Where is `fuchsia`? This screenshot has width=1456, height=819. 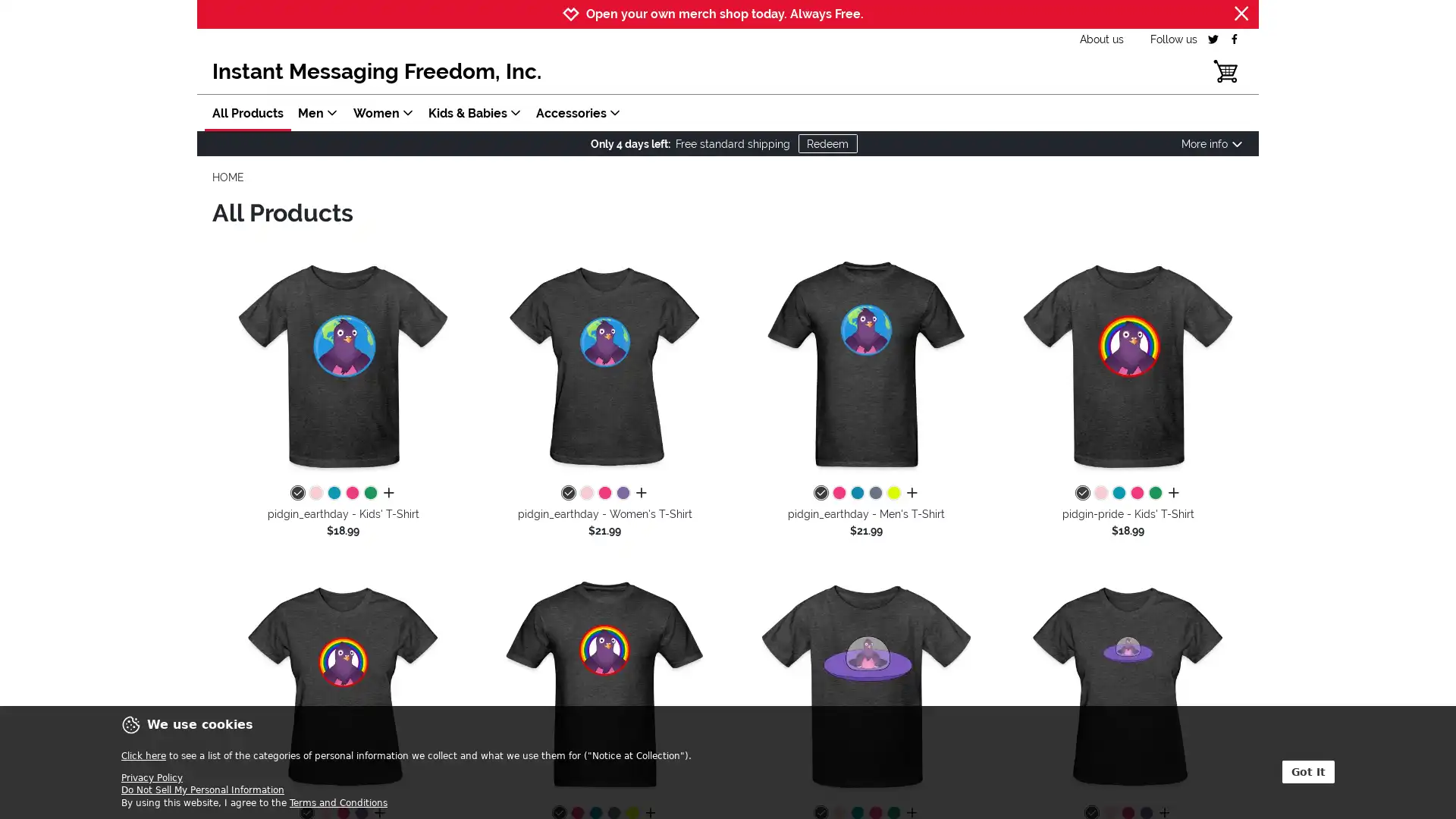 fuchsia is located at coordinates (351, 494).